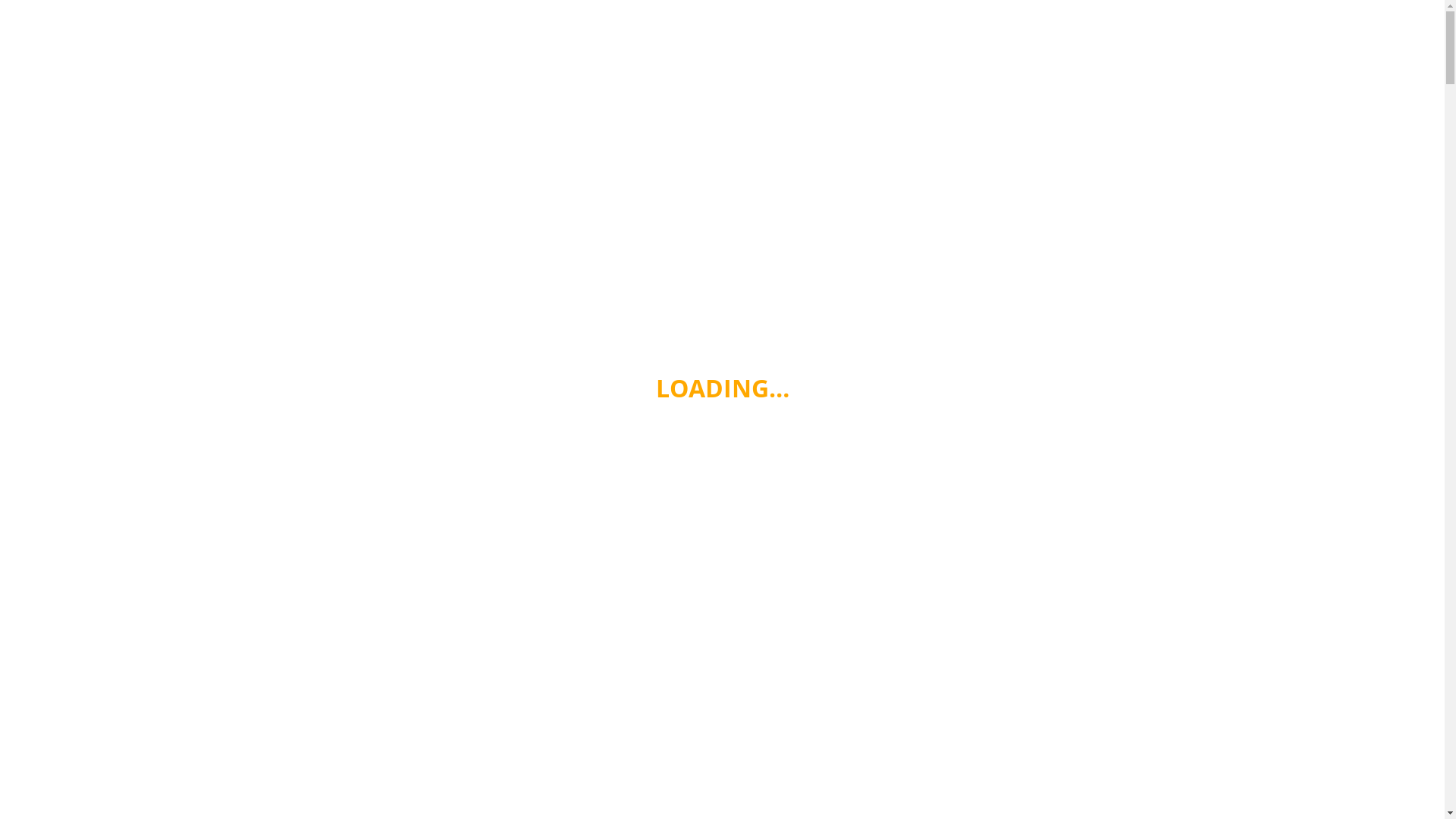 The width and height of the screenshot is (1456, 819). What do you see at coordinates (777, 20) in the screenshot?
I see `'WINE'` at bounding box center [777, 20].